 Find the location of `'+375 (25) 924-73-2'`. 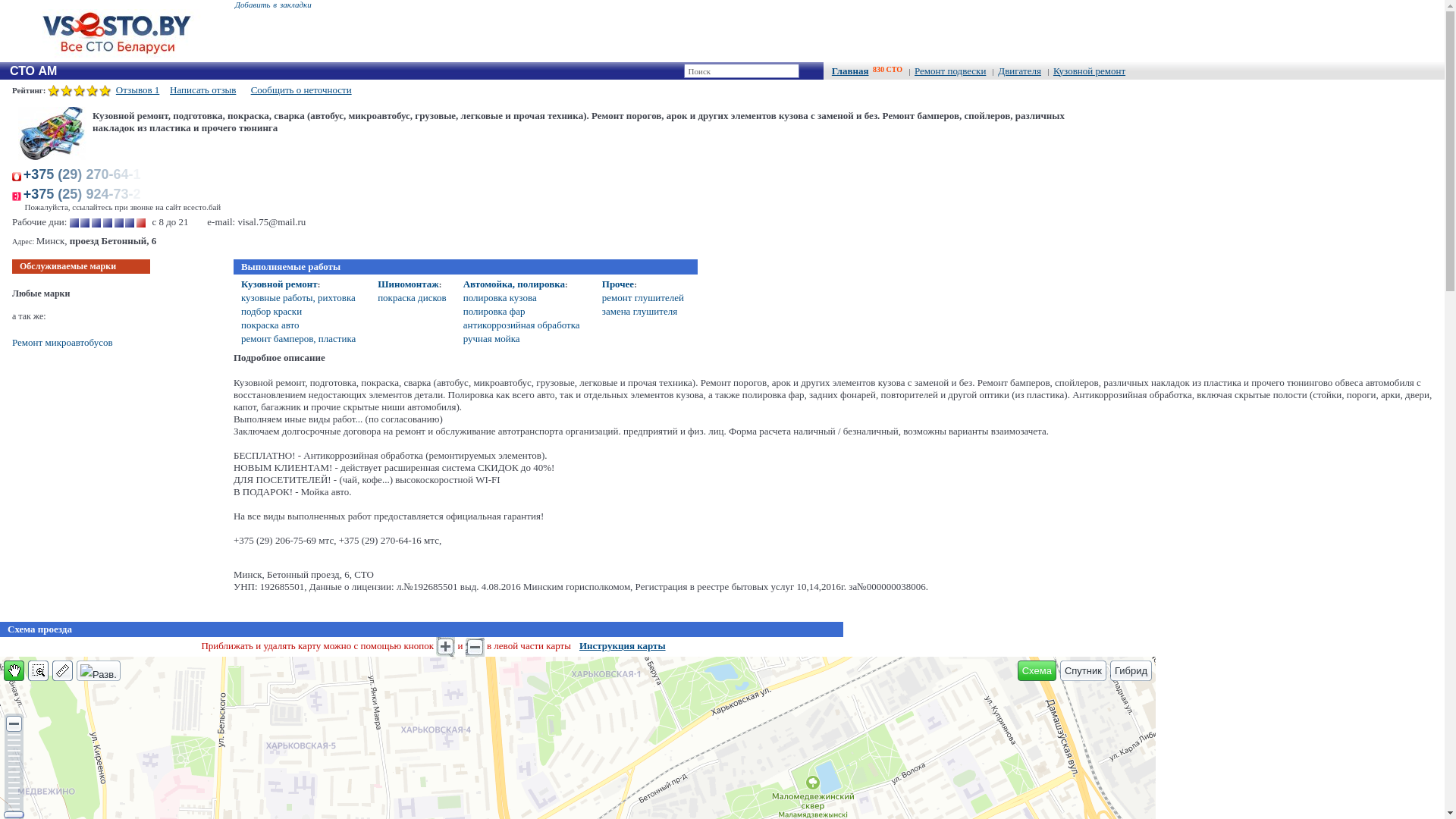

'+375 (25) 924-73-2' is located at coordinates (85, 193).